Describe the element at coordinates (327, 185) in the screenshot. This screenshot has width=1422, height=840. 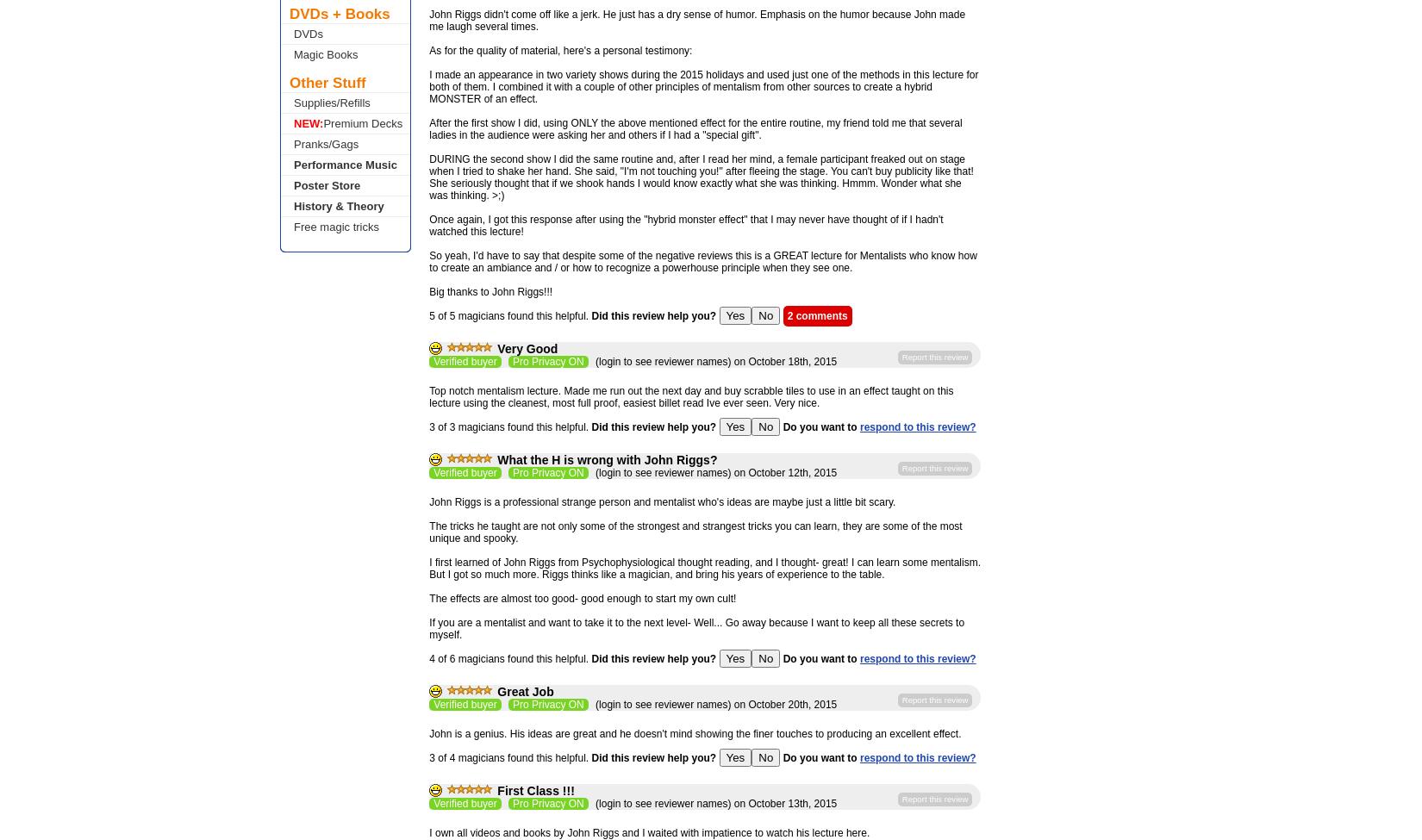
I see `'Poster Store'` at that location.